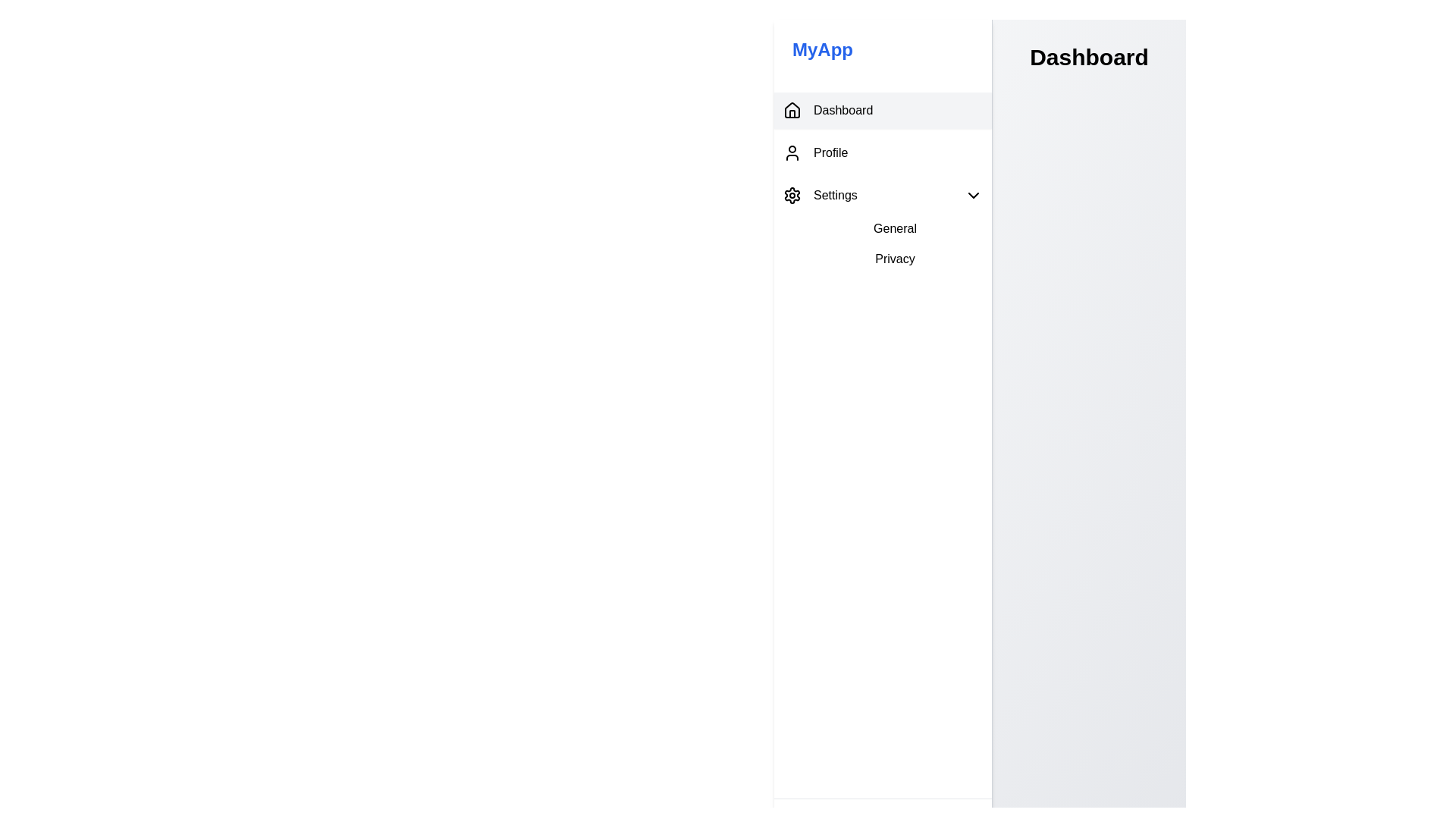  Describe the element at coordinates (883, 195) in the screenshot. I see `the navigational menu item located below 'Profile' and above 'General' and 'Privacy'` at that location.